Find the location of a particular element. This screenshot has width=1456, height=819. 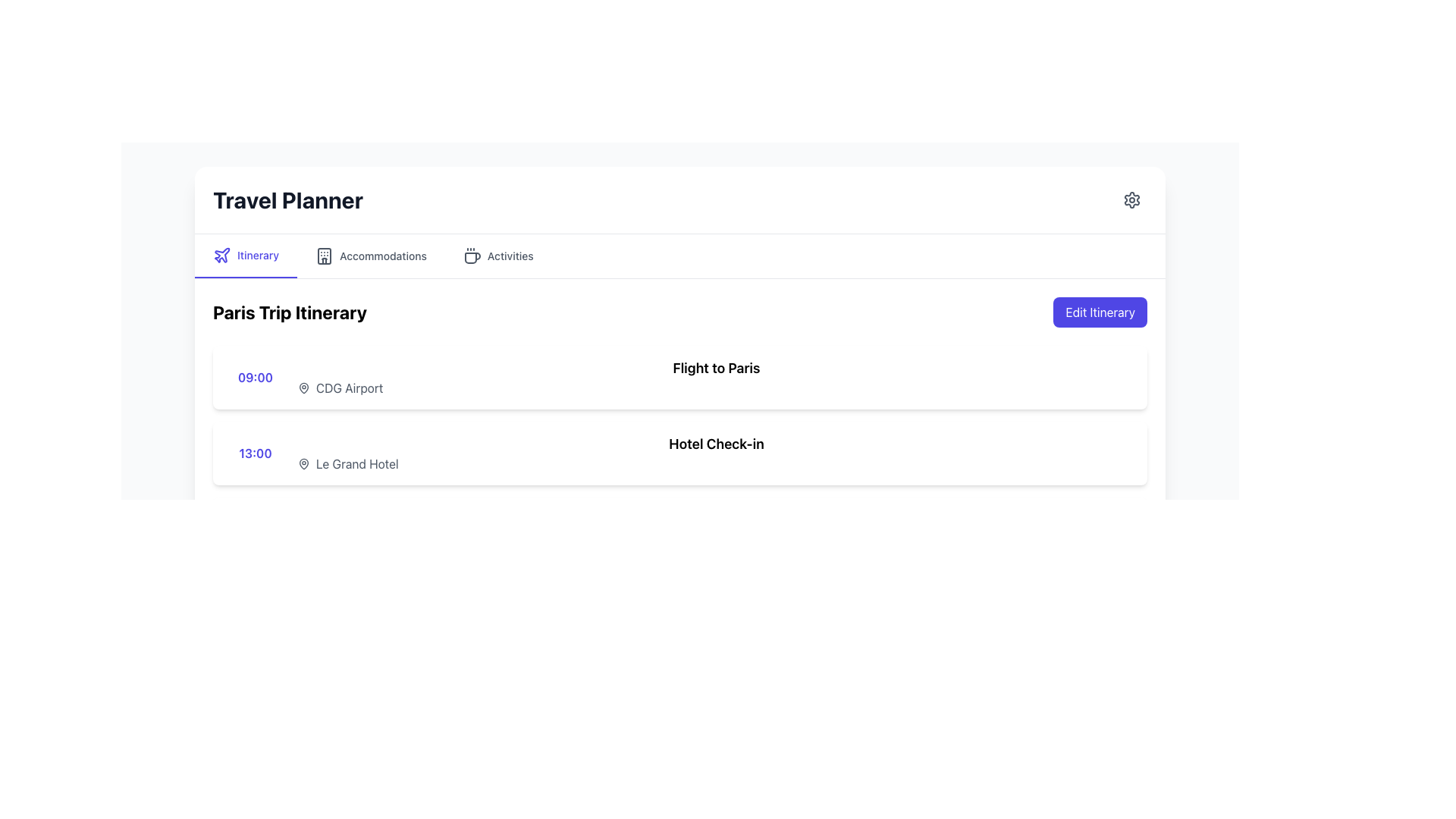

the 'Accommodations' button with a hotel icon in the navigation bar is located at coordinates (371, 256).